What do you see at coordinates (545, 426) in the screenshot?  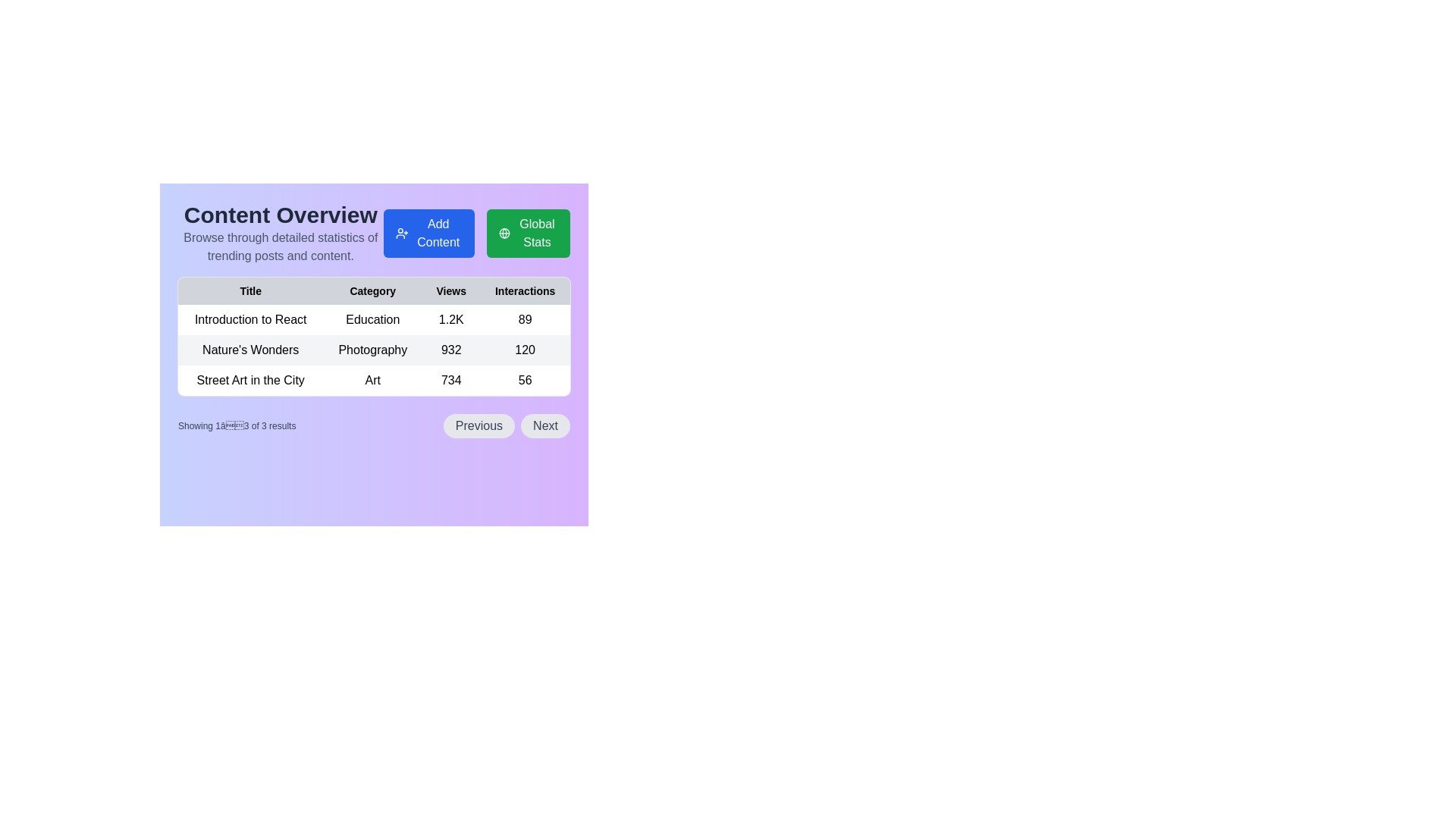 I see `the 'Next' button located in the bottom-right portion of the interface` at bounding box center [545, 426].